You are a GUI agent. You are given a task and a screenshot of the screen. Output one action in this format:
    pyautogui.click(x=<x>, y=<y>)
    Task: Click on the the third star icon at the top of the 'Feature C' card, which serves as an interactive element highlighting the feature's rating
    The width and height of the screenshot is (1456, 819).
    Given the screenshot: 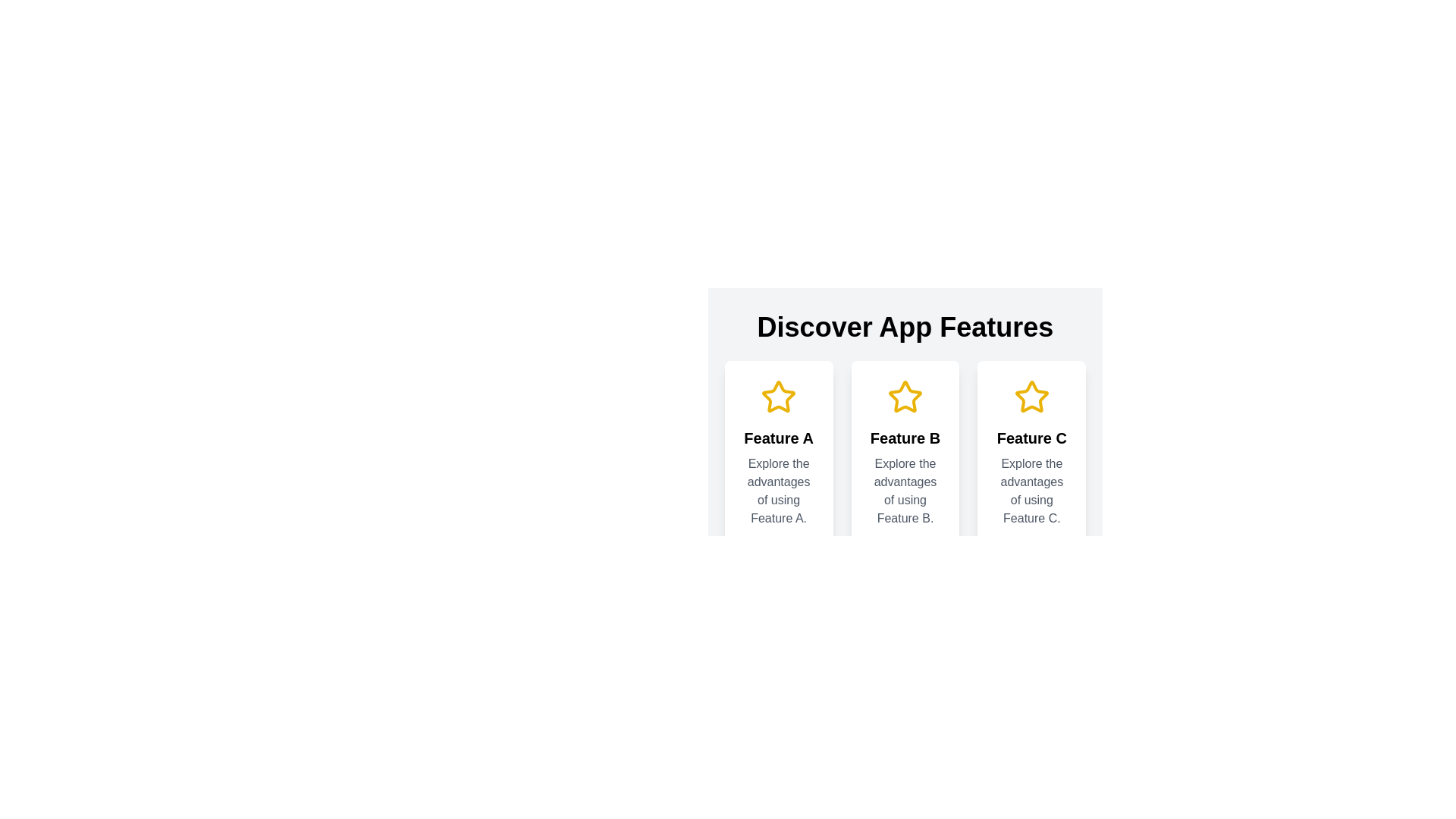 What is the action you would take?
    pyautogui.click(x=1031, y=397)
    